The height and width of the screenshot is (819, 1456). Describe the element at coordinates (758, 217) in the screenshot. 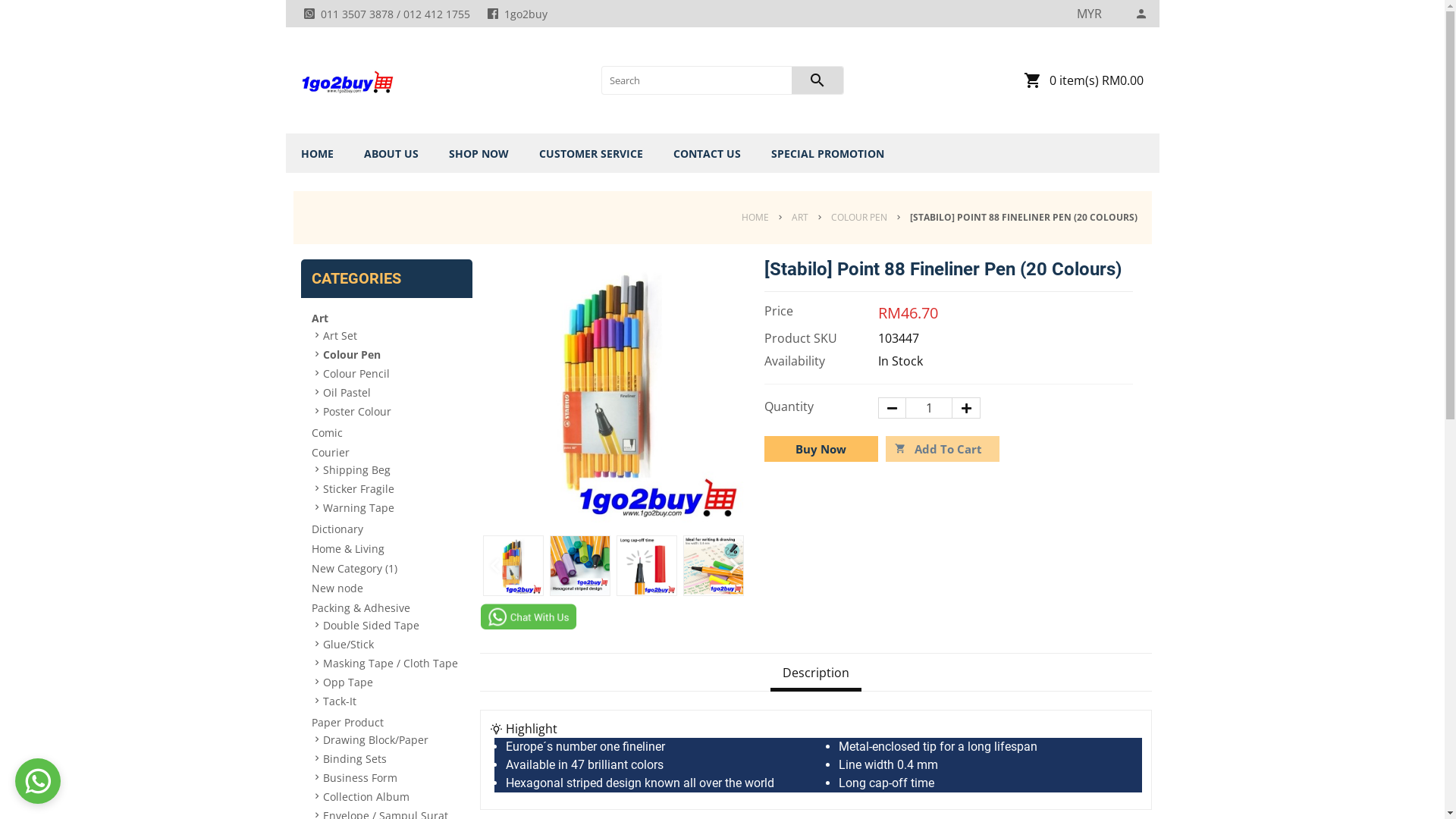

I see `'HOME'` at that location.